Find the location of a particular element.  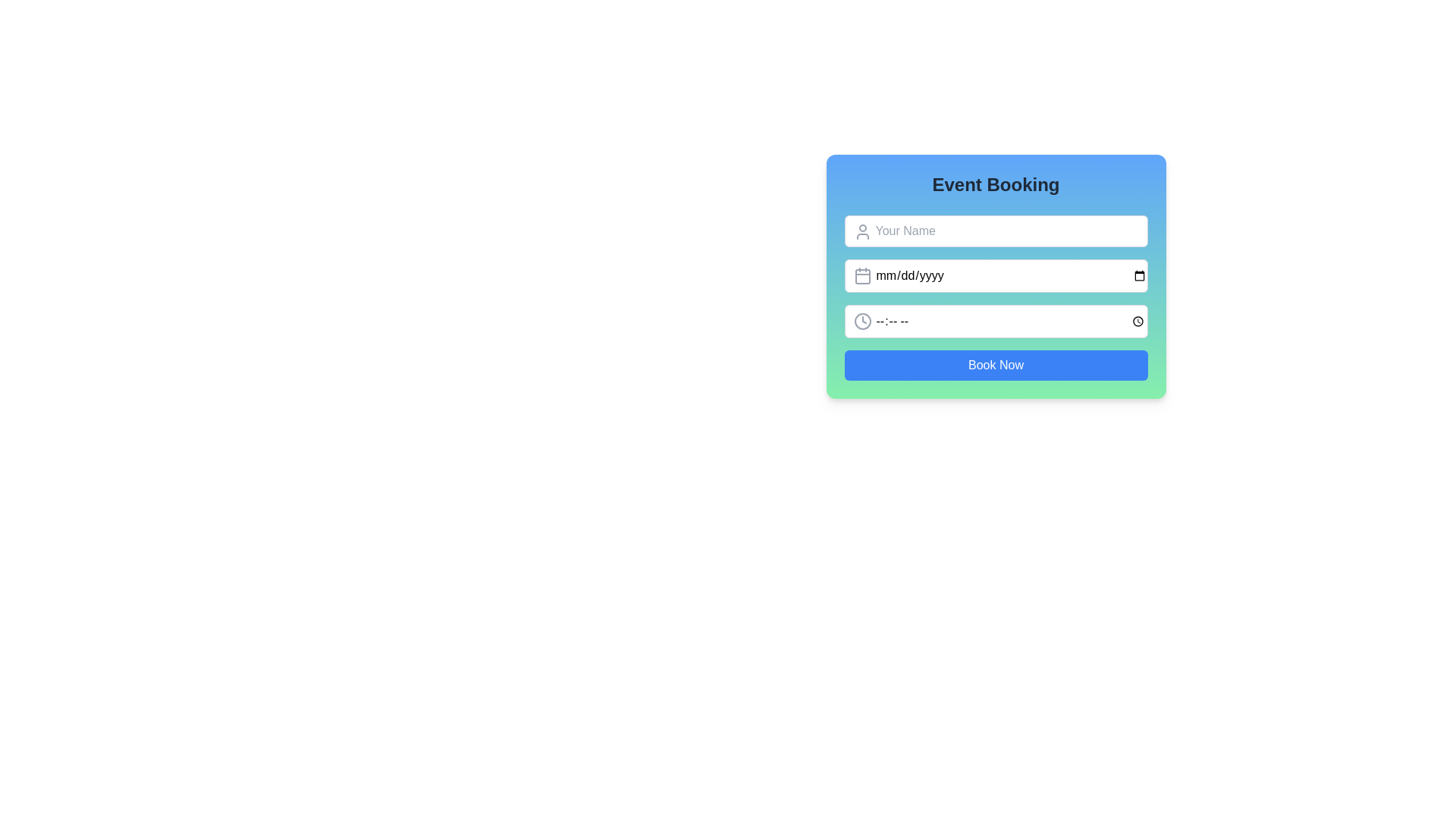

the Time input field in the 'Event Booking' form to focus and activate the time picker is located at coordinates (996, 321).